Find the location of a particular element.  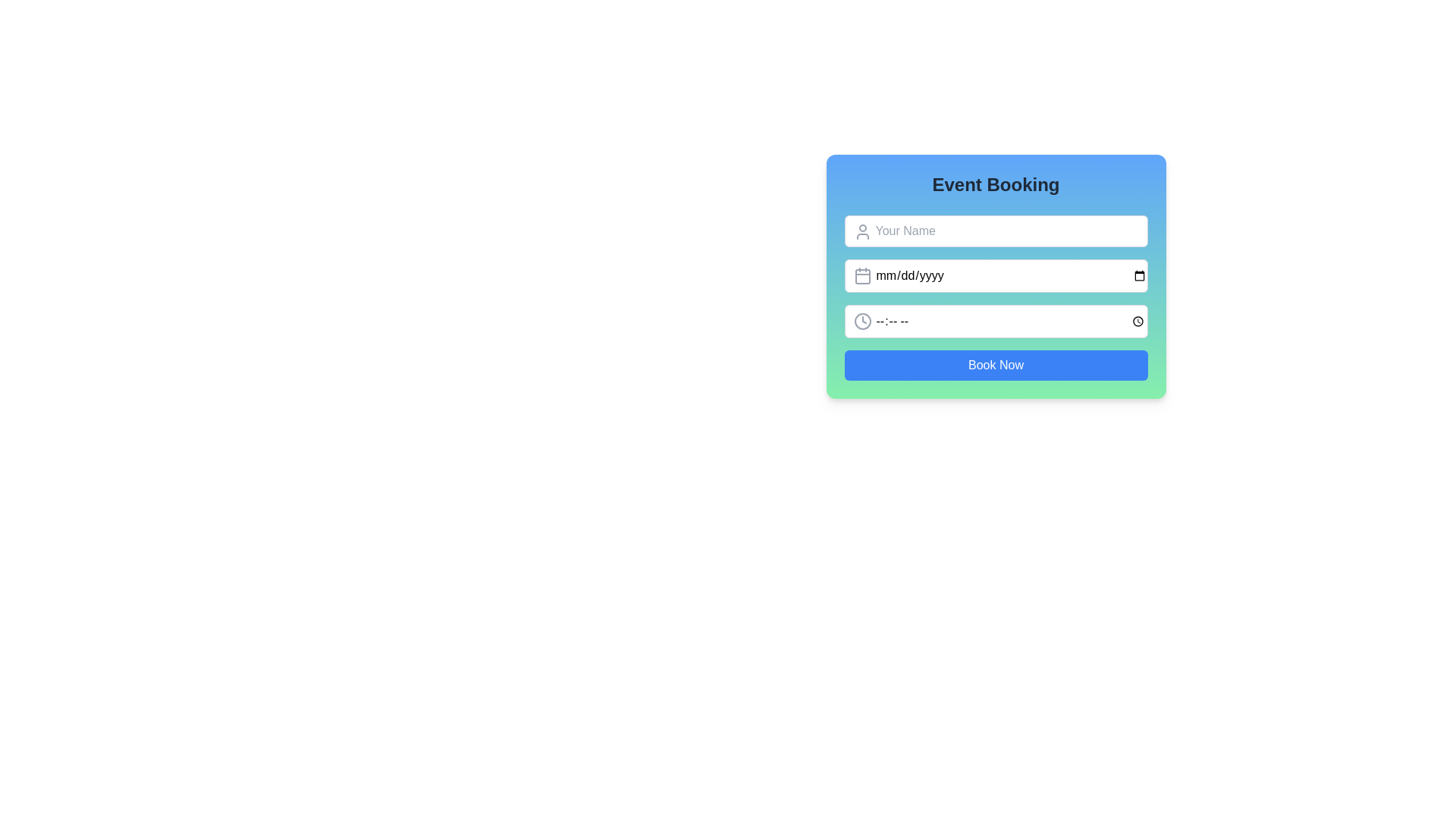

the Time input field in the 'Event Booking' form to focus and activate the time picker is located at coordinates (996, 321).